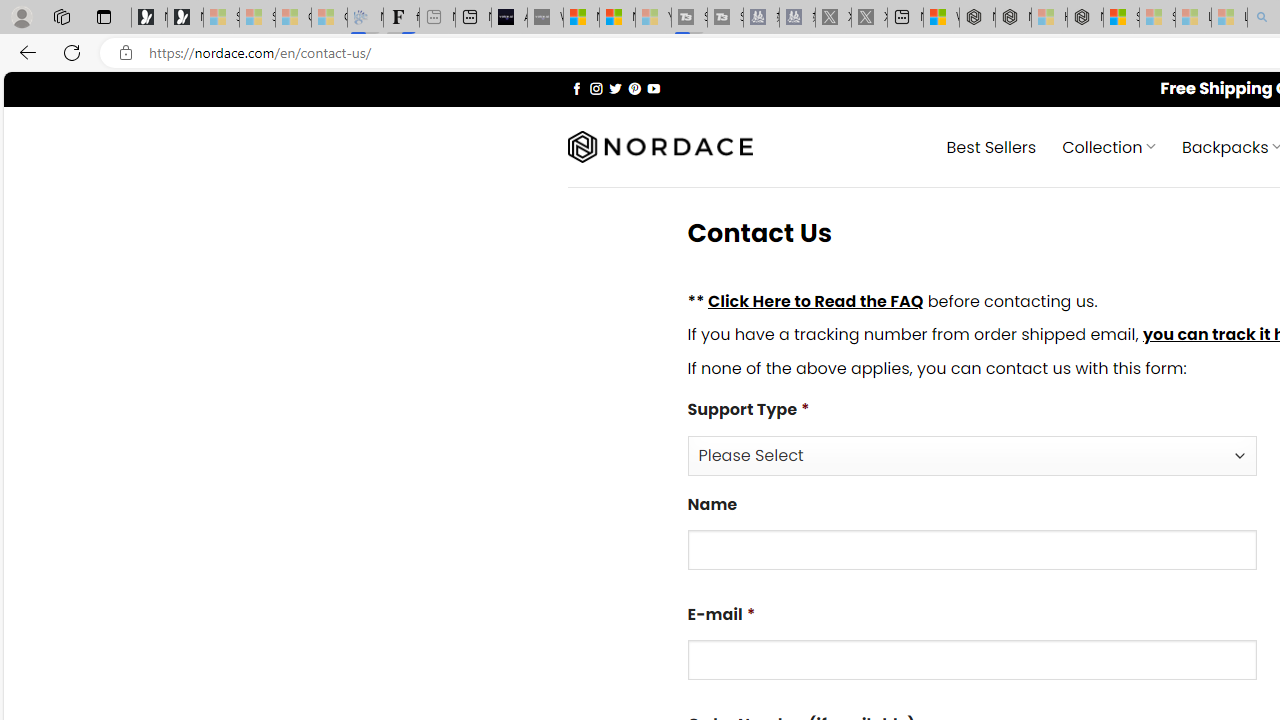 The height and width of the screenshot is (720, 1280). I want to click on 'What', so click(545, 17).